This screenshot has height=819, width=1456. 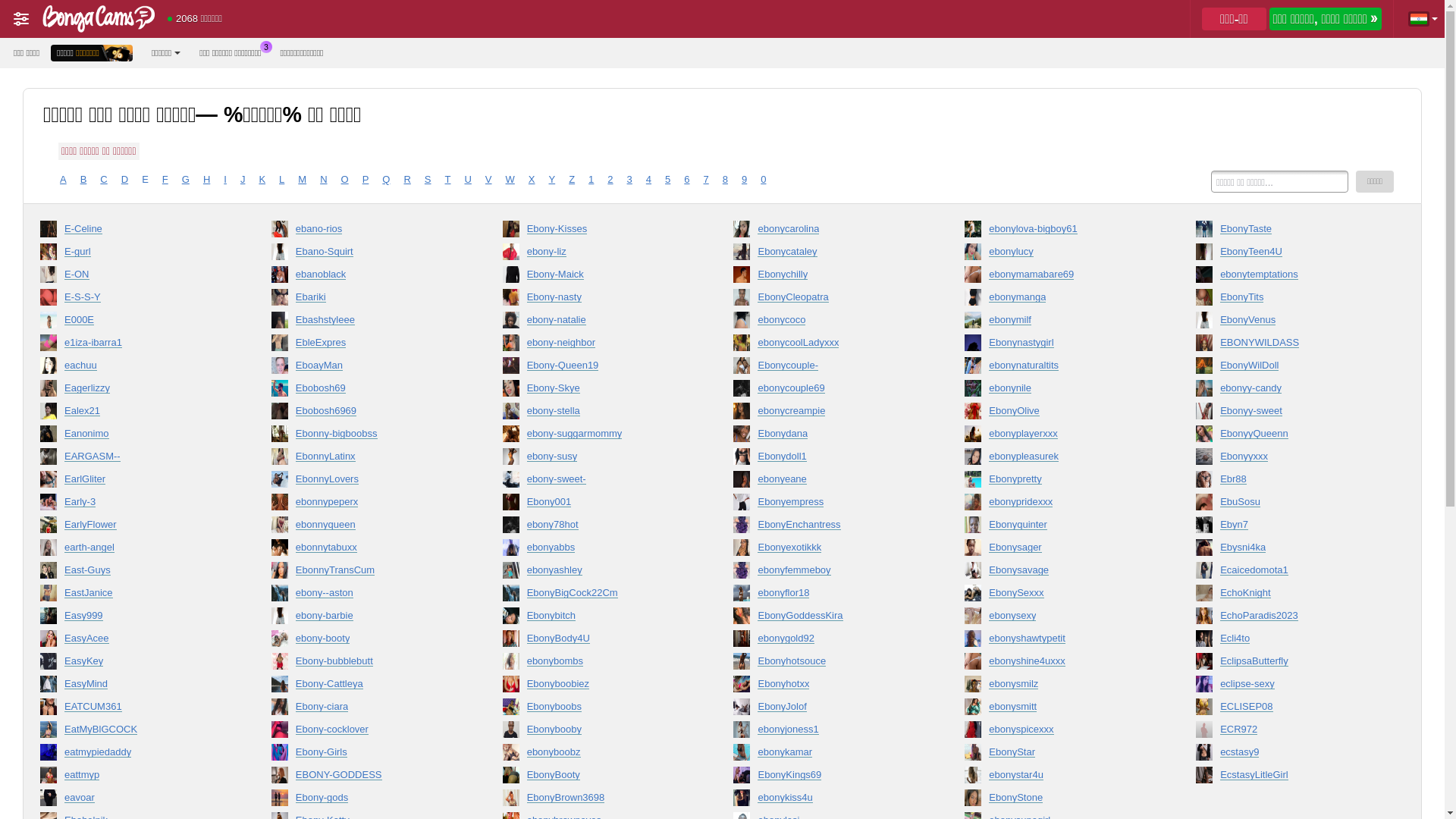 I want to click on 'Ecaicedomota1', so click(x=1288, y=573).